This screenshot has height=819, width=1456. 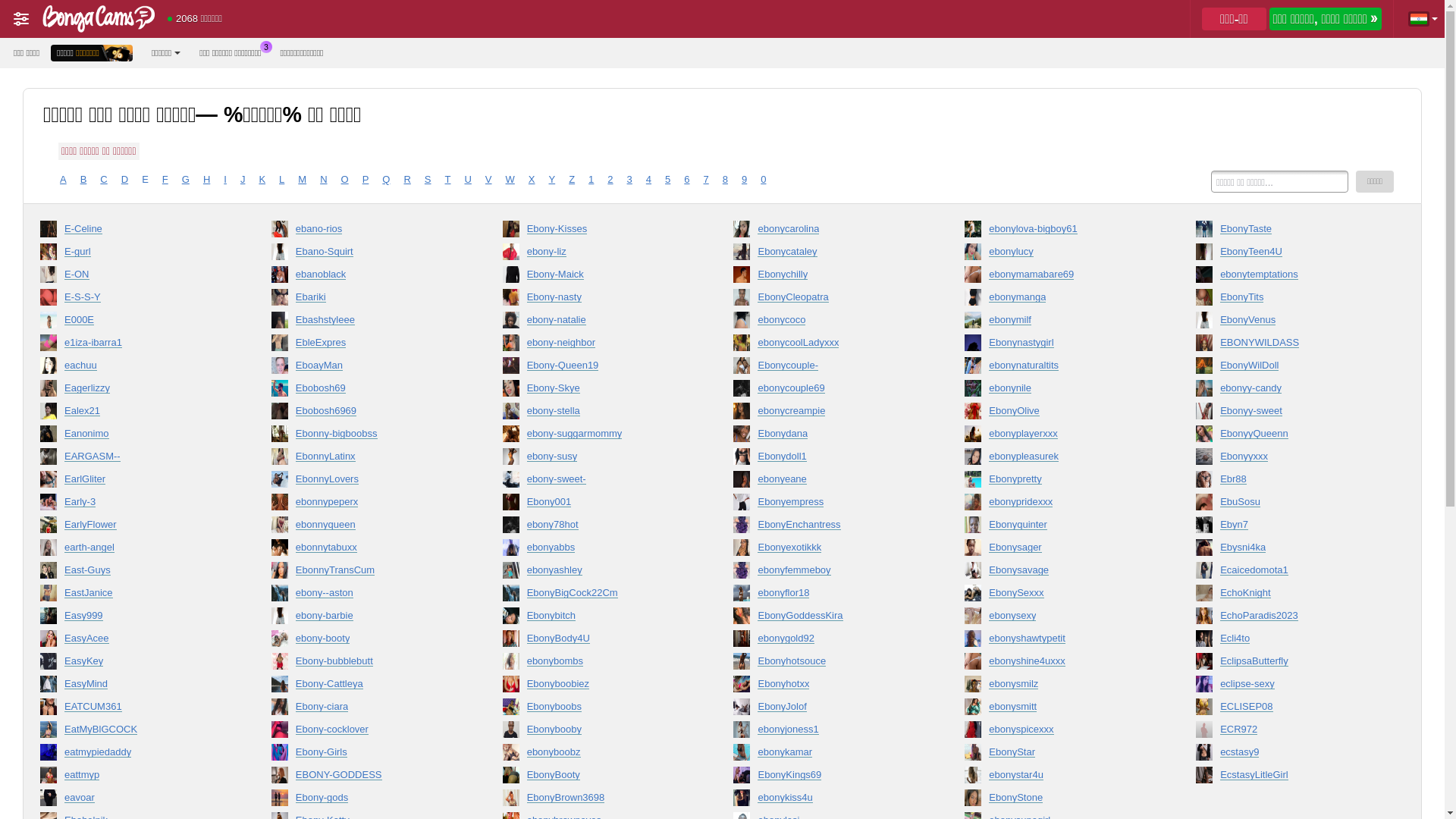 I want to click on 'Ecaicedomota1', so click(x=1288, y=573).